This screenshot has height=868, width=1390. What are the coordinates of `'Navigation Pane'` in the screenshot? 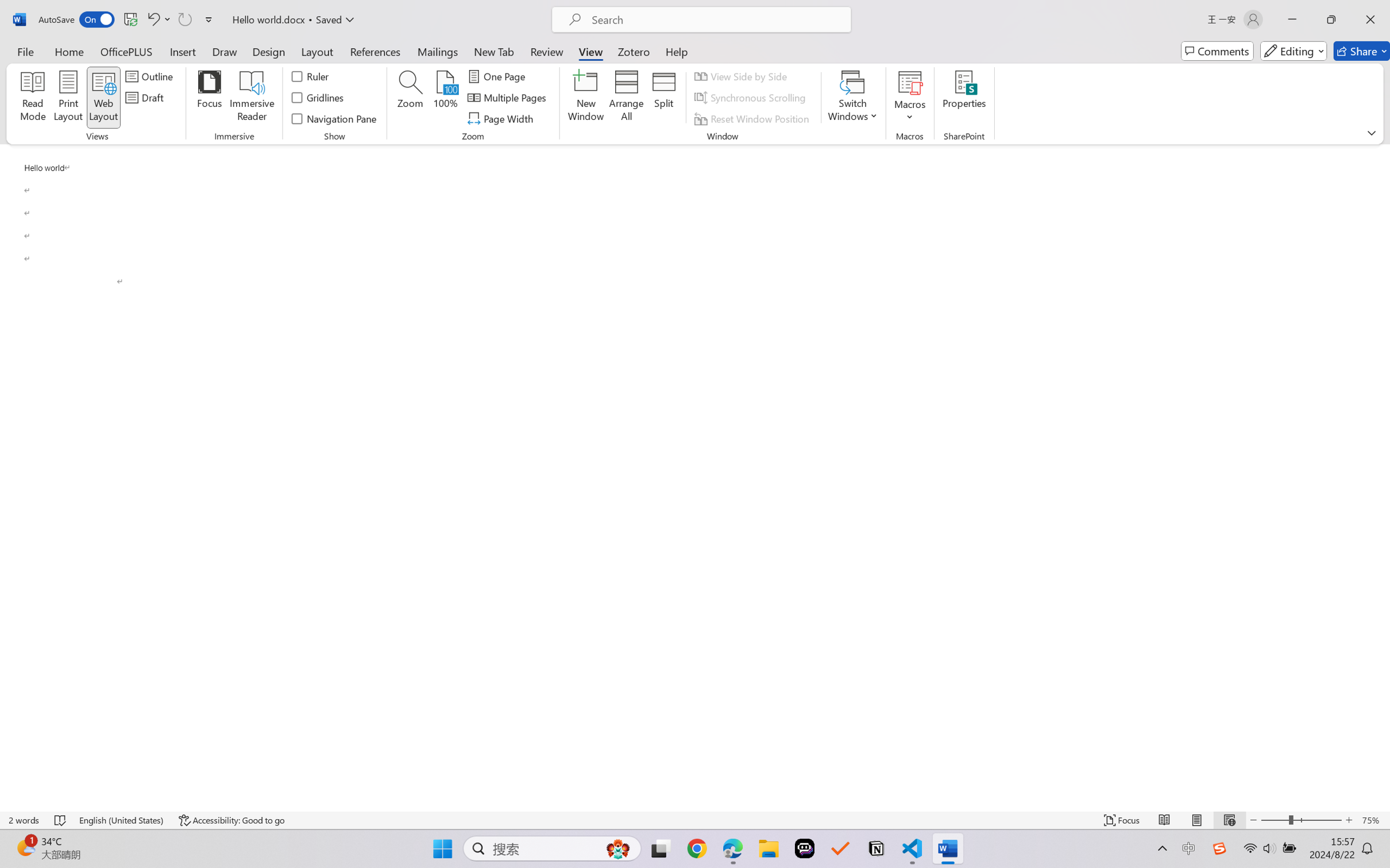 It's located at (334, 119).